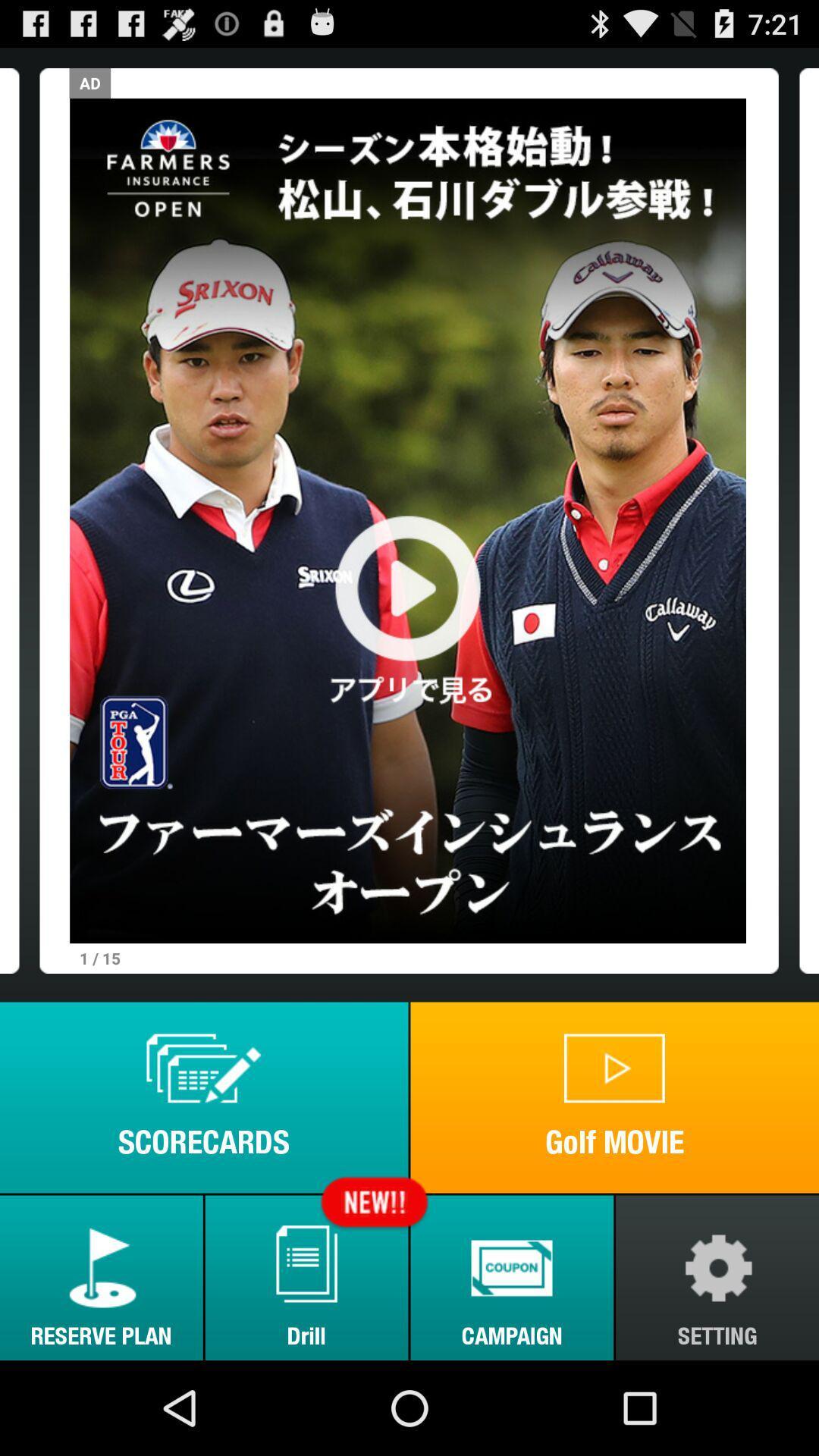 The height and width of the screenshot is (1456, 819). Describe the element at coordinates (306, 1277) in the screenshot. I see `the button next to the campaign item` at that location.